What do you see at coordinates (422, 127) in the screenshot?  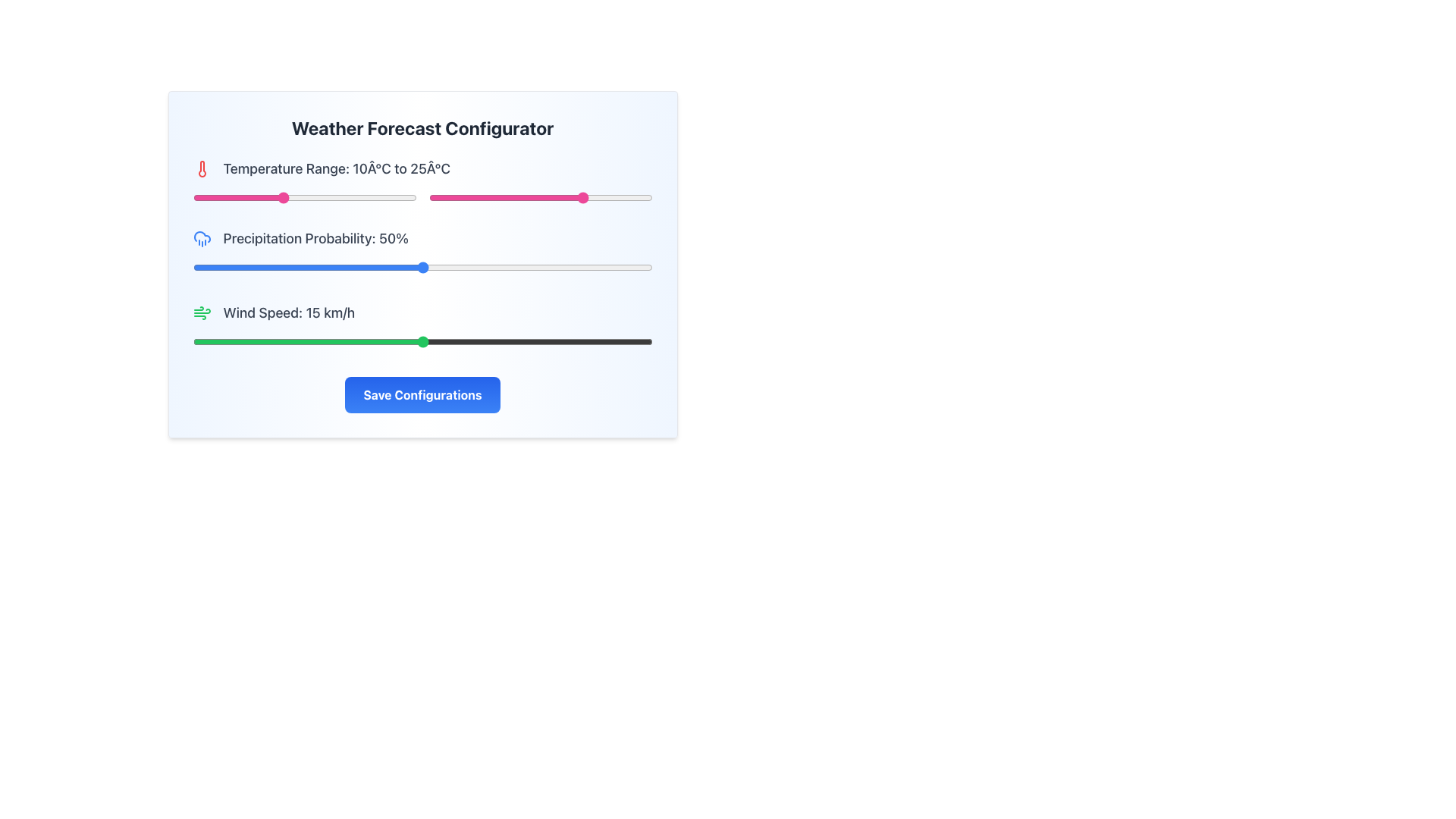 I see `the Header text element that serves as the title of the configurator card, positioned centrally at the top above the temperature range settings` at bounding box center [422, 127].